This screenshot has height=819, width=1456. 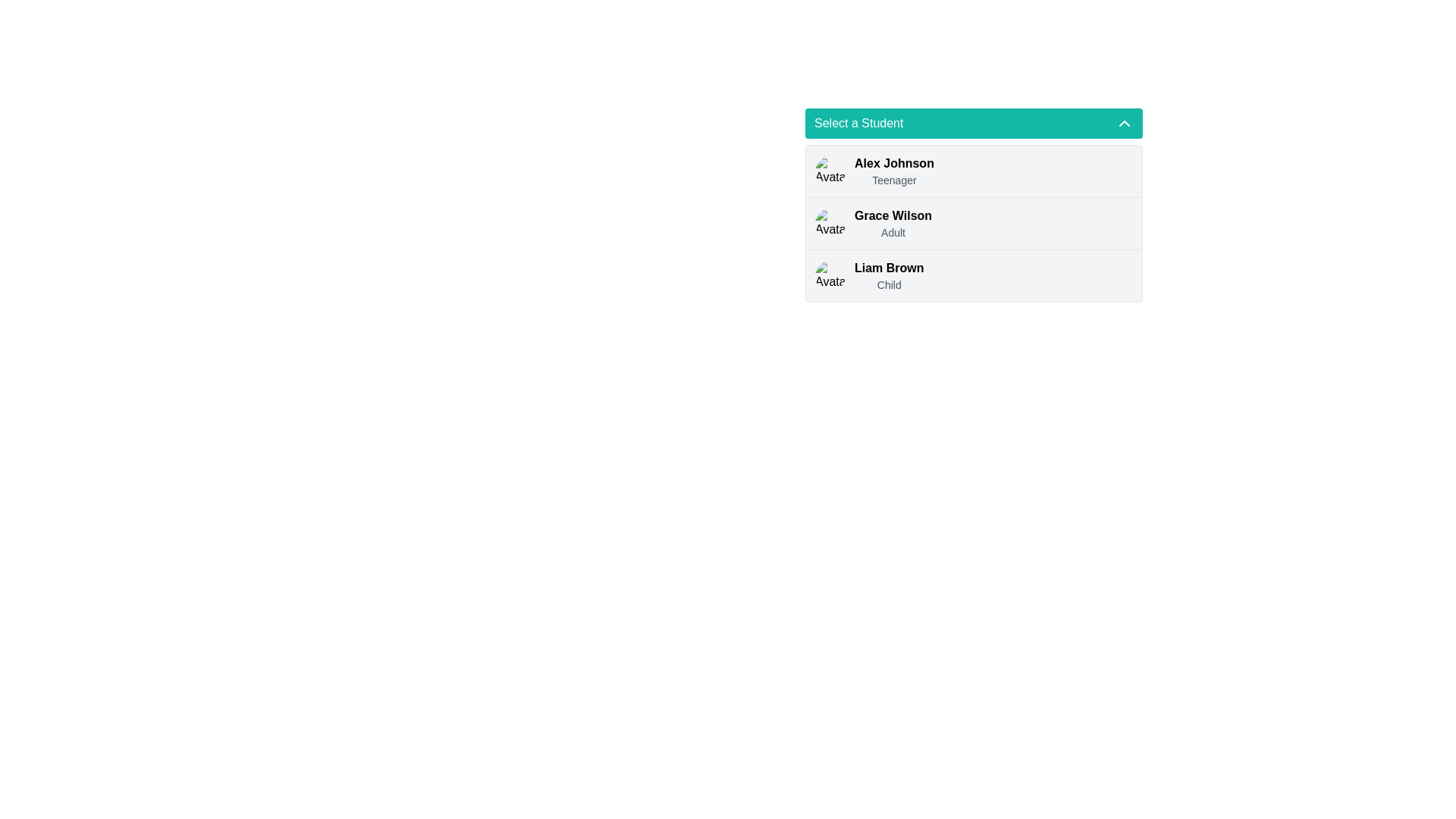 What do you see at coordinates (893, 216) in the screenshot?
I see `the static text label 'Grace Wilson'` at bounding box center [893, 216].